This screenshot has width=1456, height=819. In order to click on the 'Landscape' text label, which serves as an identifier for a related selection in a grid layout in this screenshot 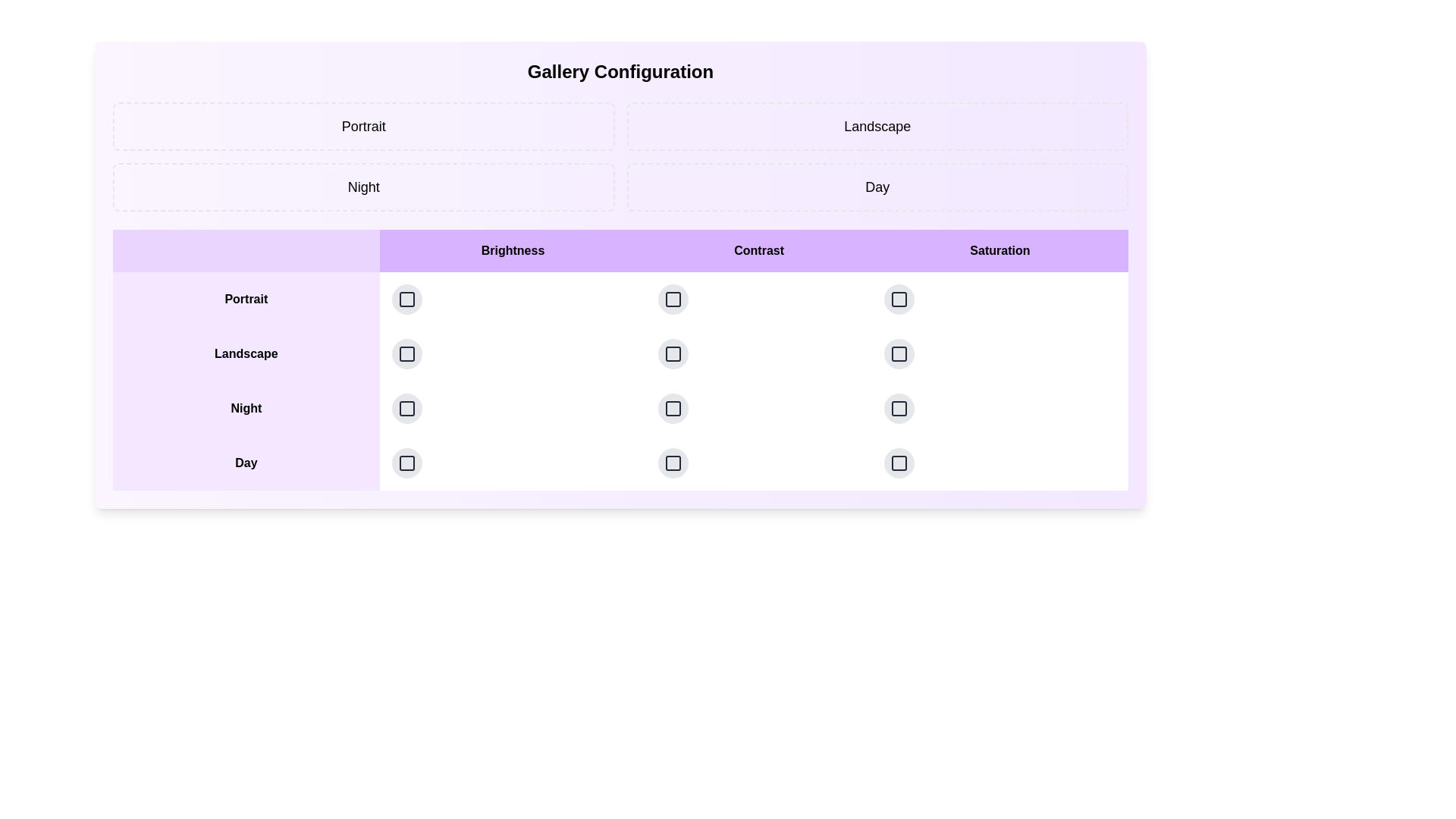, I will do `click(877, 125)`.